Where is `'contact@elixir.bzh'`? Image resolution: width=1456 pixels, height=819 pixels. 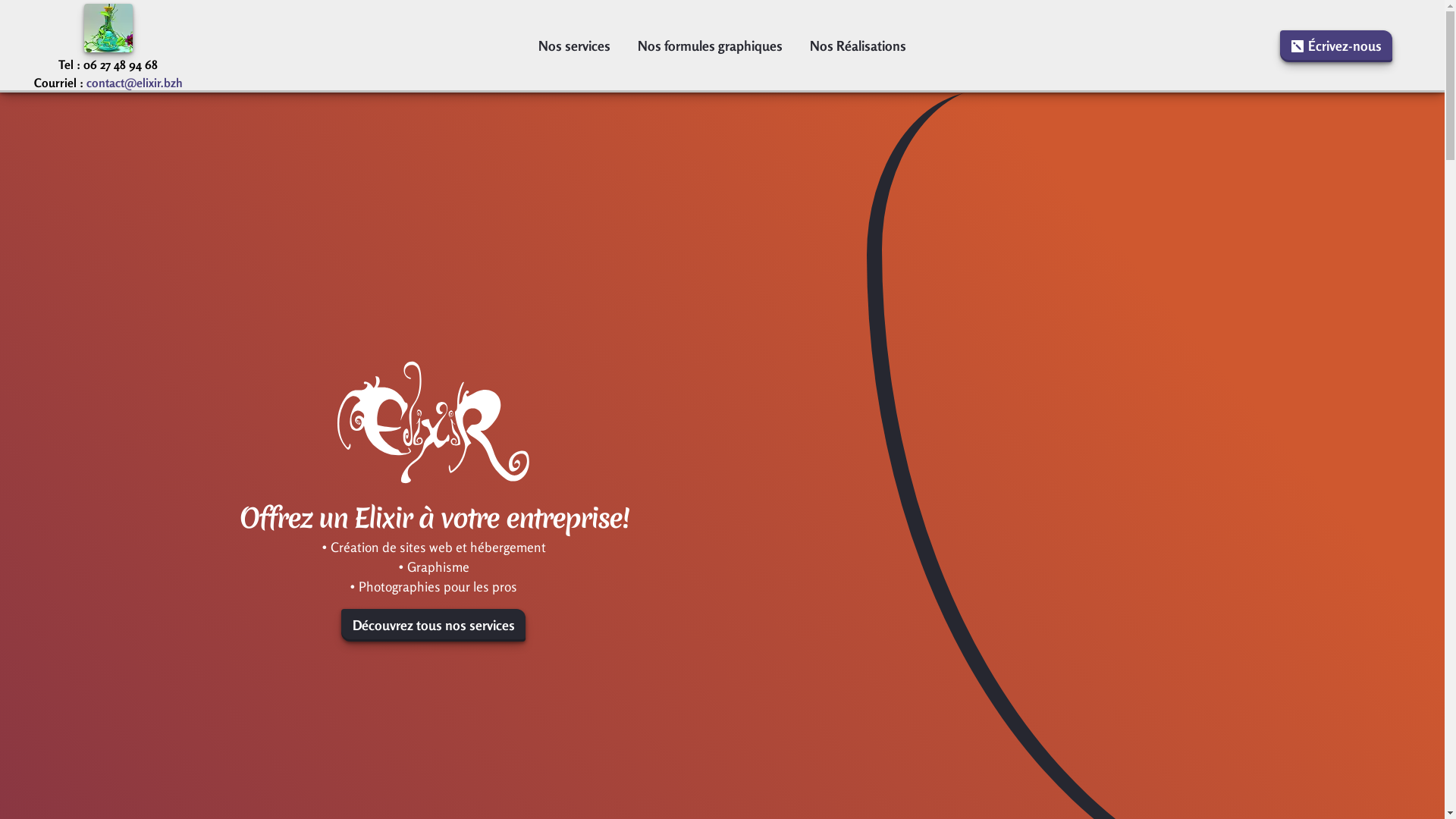 'contact@elixir.bzh' is located at coordinates (134, 82).